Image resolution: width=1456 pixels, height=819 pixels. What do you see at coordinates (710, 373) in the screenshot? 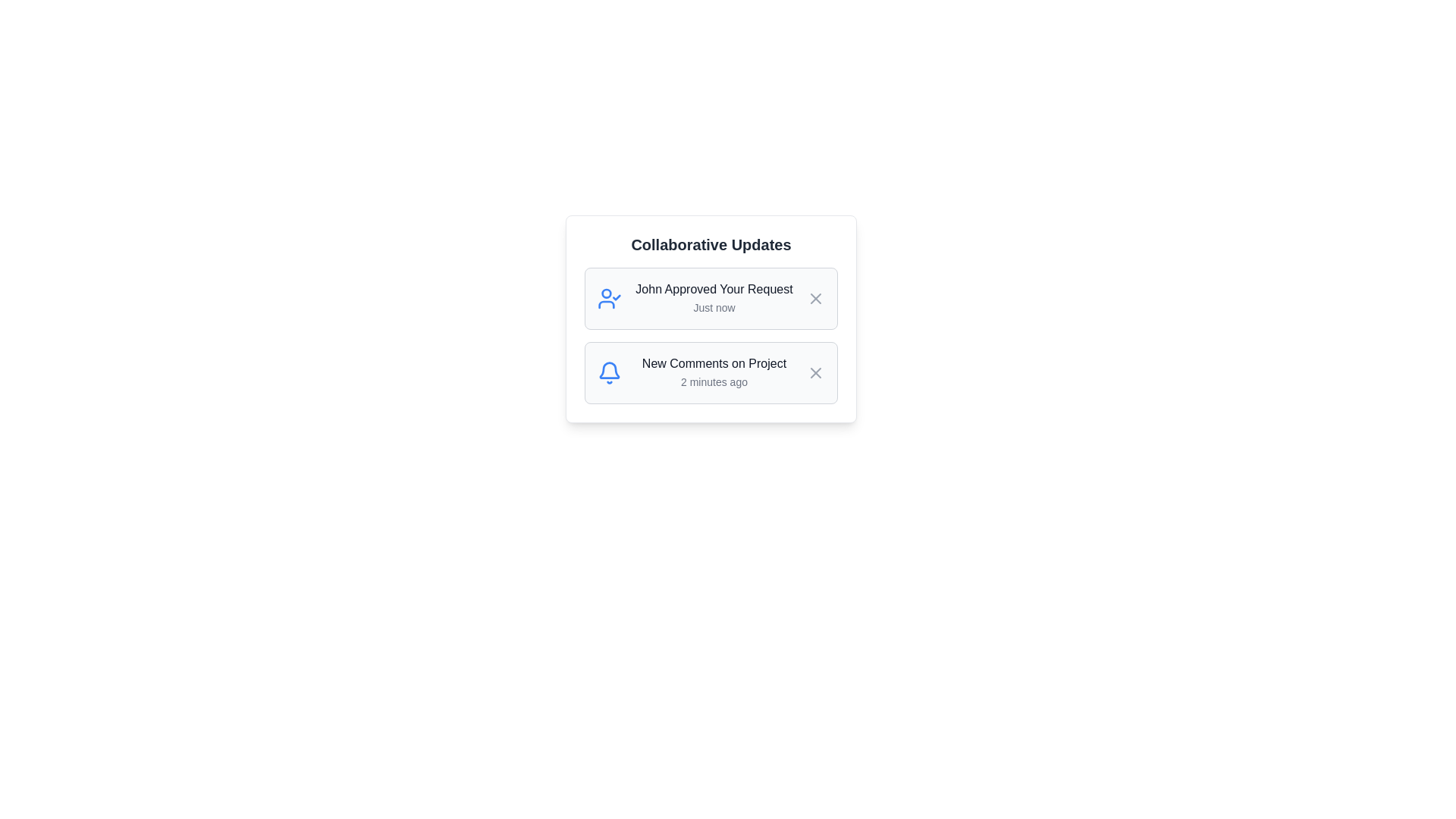
I see `the notification card that informs the user about new comments on a project, located within the 'Collaborative Updates' panel, specifically the second card in the vertical stack` at bounding box center [710, 373].